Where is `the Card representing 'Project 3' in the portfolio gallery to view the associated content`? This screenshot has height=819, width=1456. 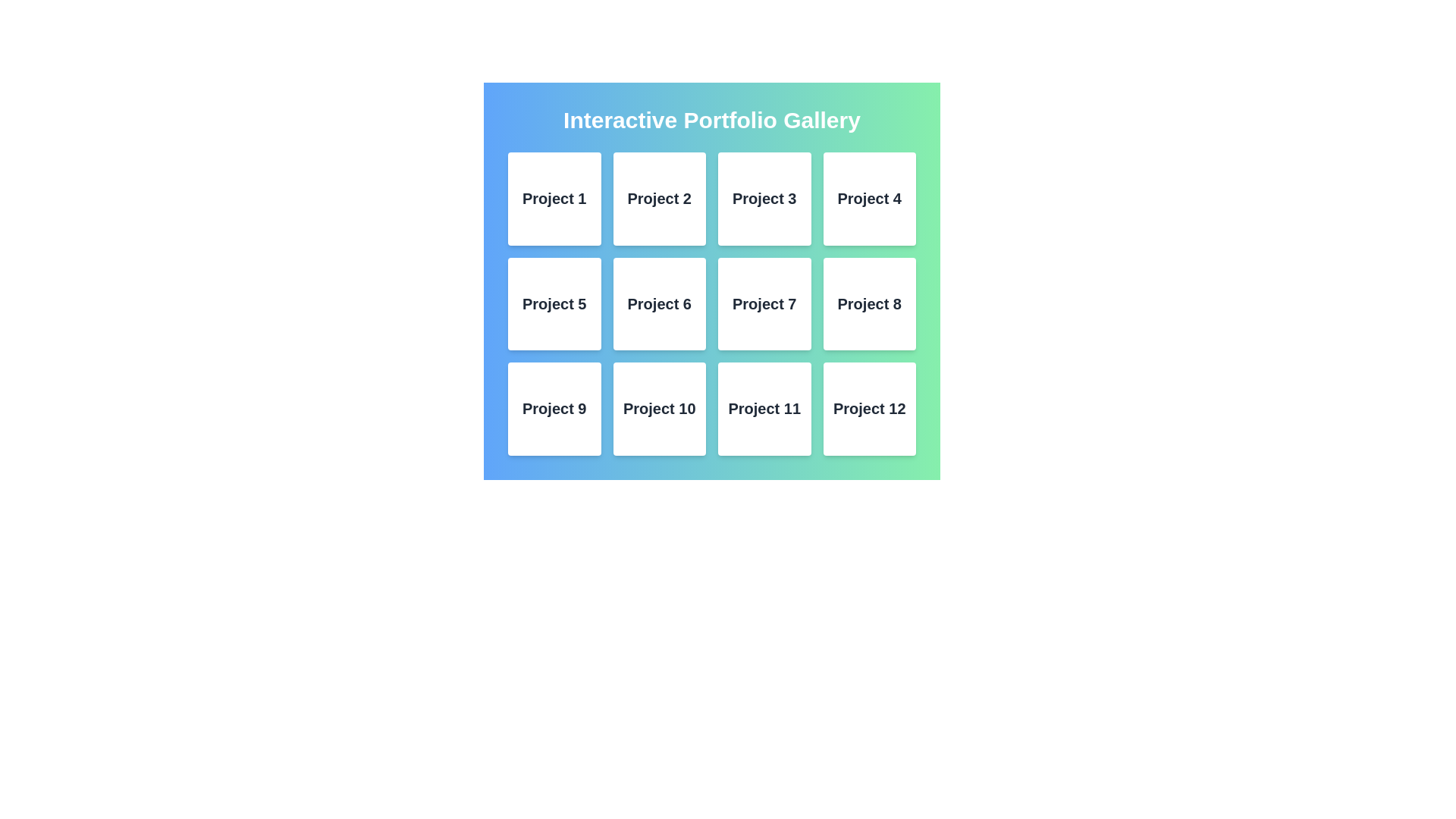 the Card representing 'Project 3' in the portfolio gallery to view the associated content is located at coordinates (764, 198).